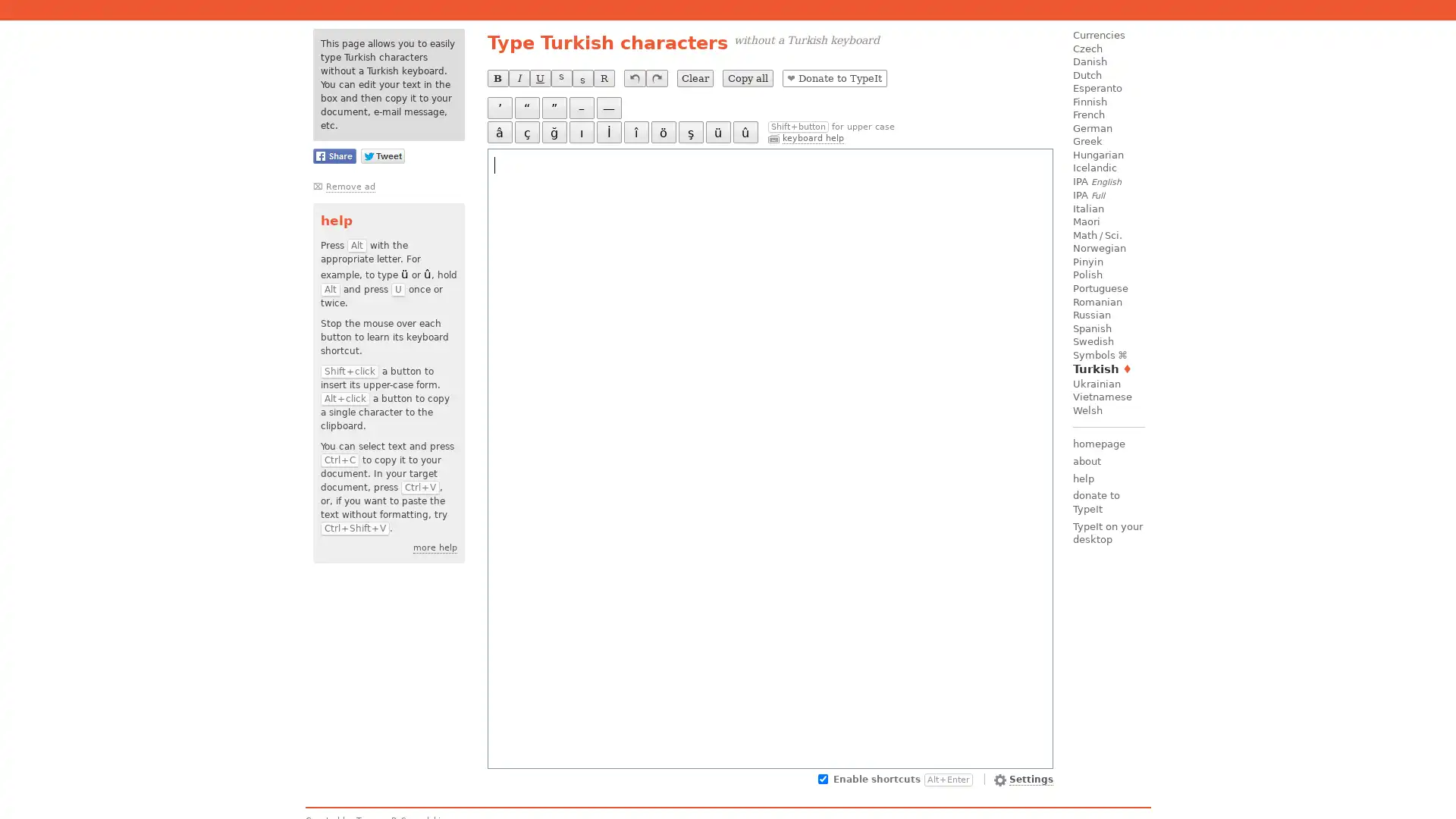 The height and width of the screenshot is (819, 1456). I want to click on Copy all, so click(747, 78).